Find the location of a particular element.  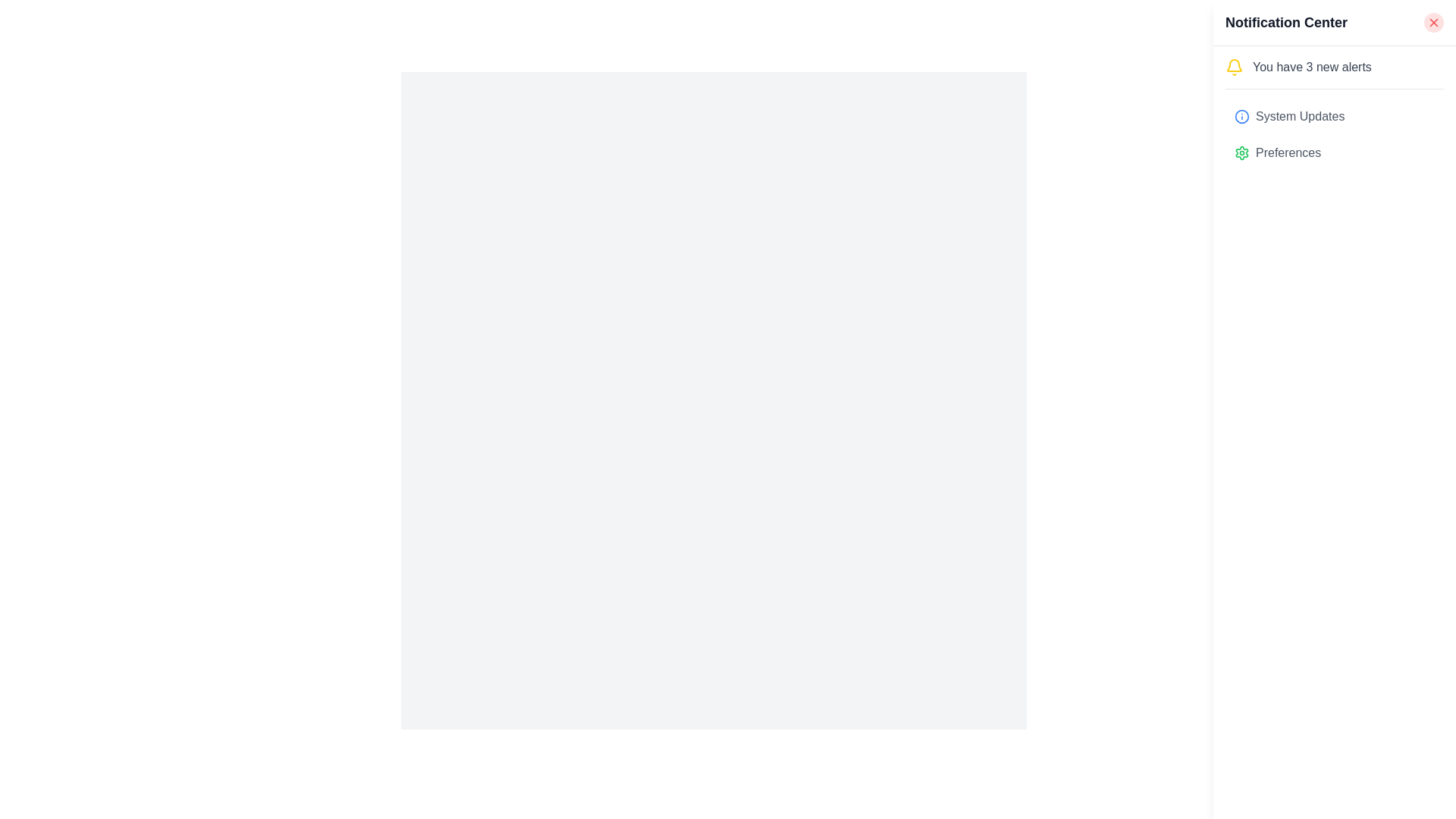

the 'Notification Center' static text label, which is displayed in bold and large dark gray font at the top of the side panel is located at coordinates (1285, 23).